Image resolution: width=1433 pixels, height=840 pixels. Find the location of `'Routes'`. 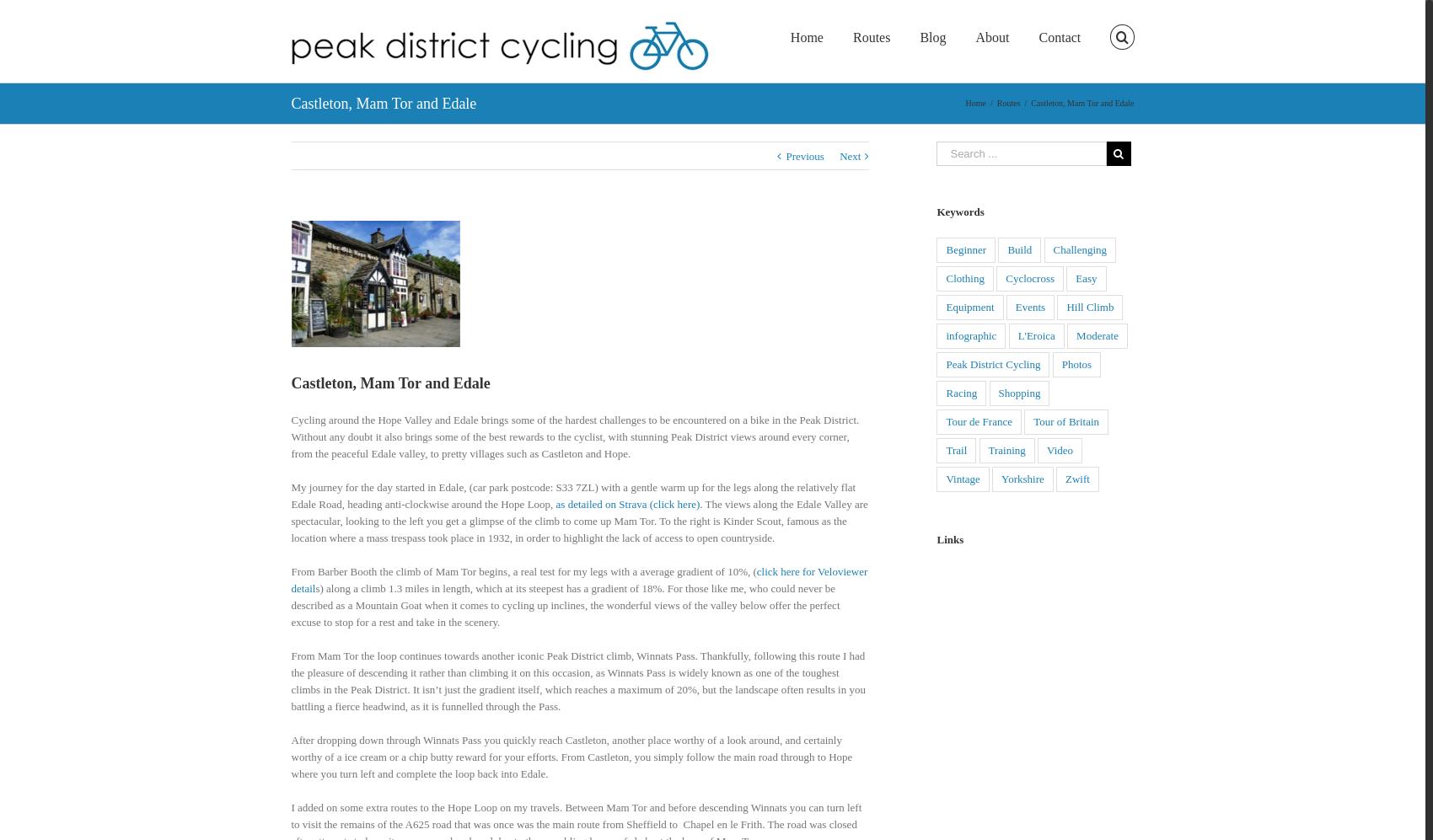

'Routes' is located at coordinates (1006, 103).